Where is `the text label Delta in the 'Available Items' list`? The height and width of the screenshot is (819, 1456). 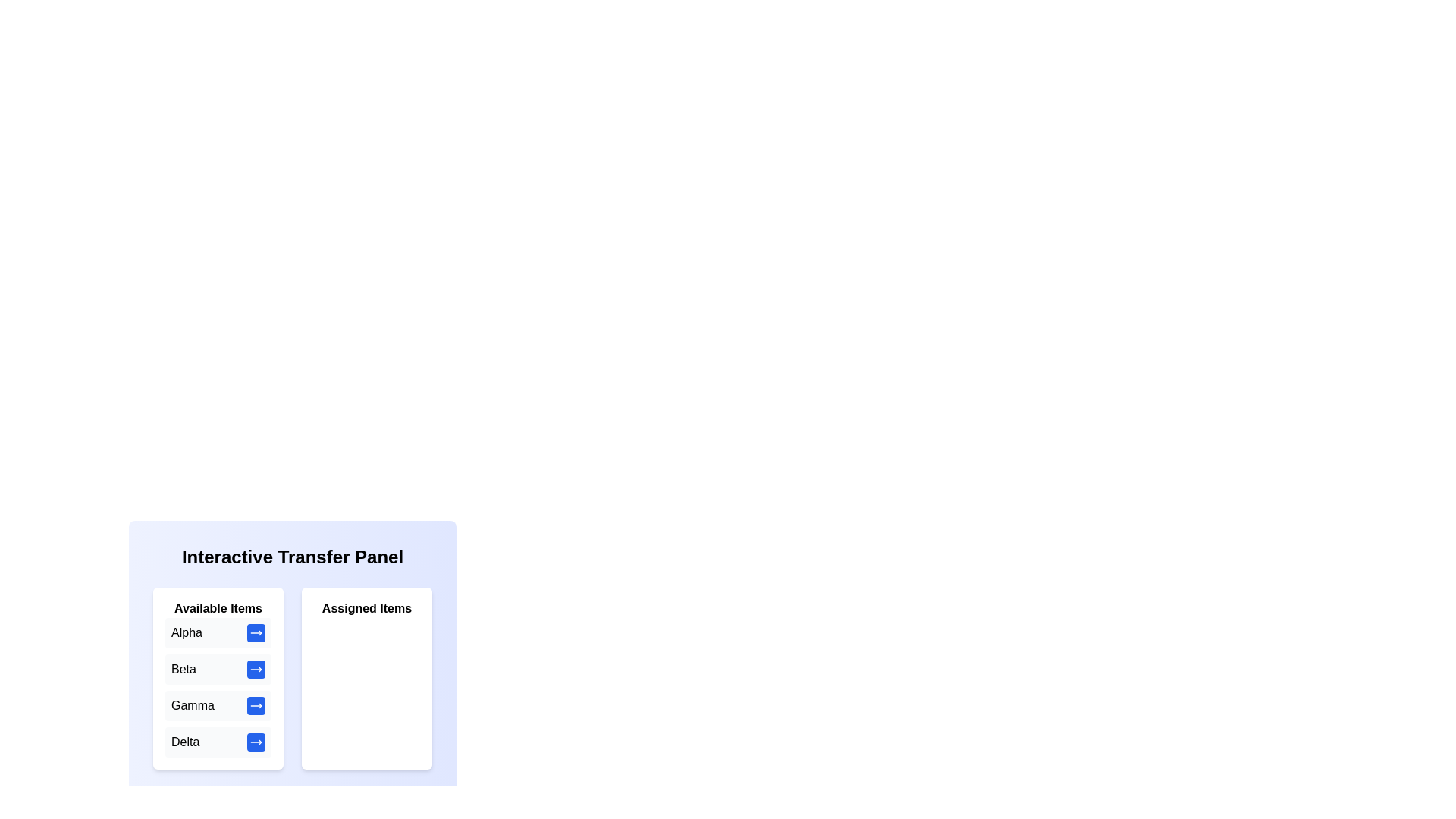 the text label Delta in the 'Available Items' list is located at coordinates (184, 742).